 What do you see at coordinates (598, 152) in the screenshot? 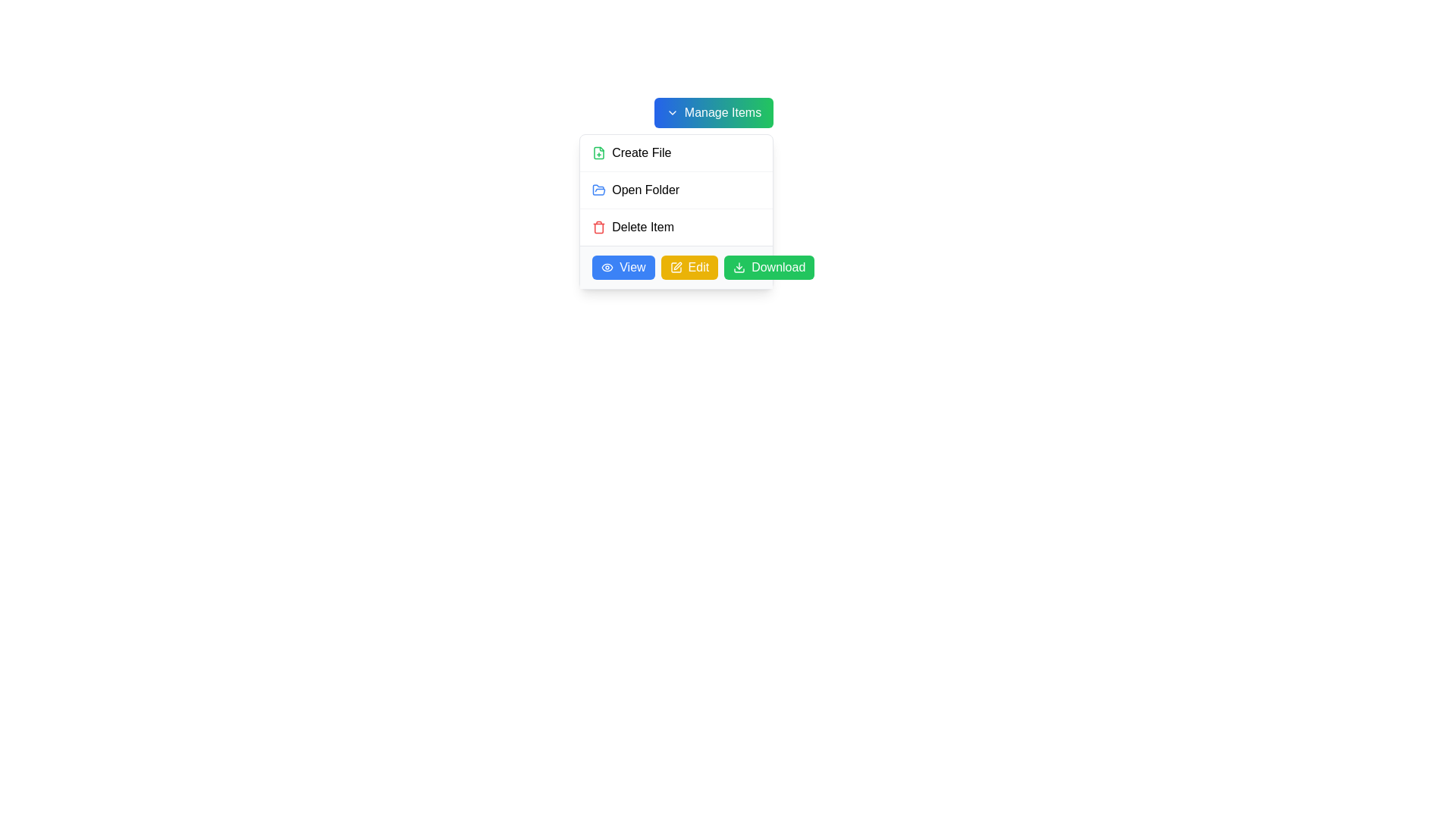
I see `the small green icon representing the 'Create File' action in the vertical menu, located at the topmost position and to the left of the 'Create File' label` at bounding box center [598, 152].